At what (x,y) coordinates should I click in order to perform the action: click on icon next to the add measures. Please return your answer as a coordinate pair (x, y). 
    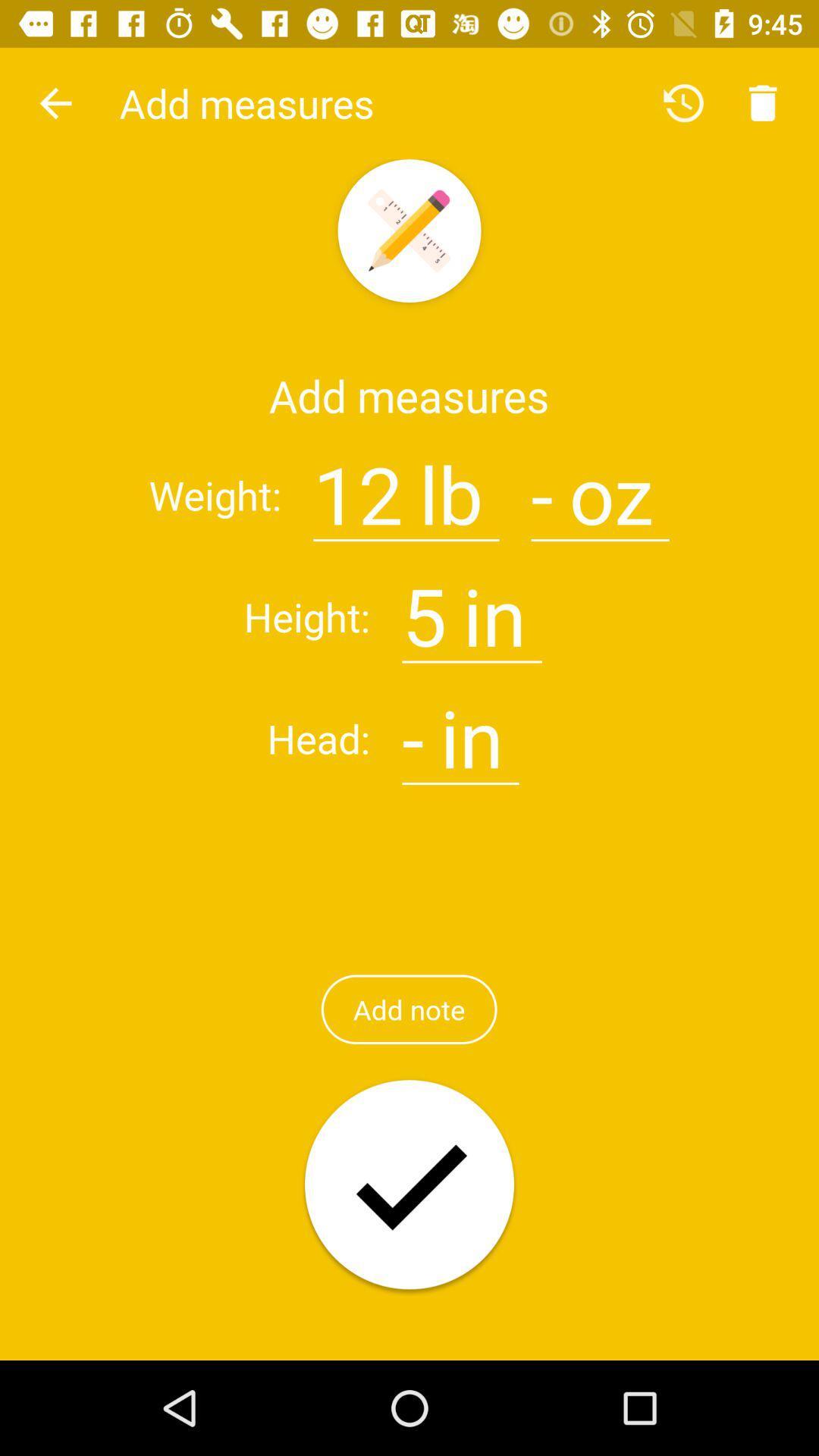
    Looking at the image, I should click on (55, 102).